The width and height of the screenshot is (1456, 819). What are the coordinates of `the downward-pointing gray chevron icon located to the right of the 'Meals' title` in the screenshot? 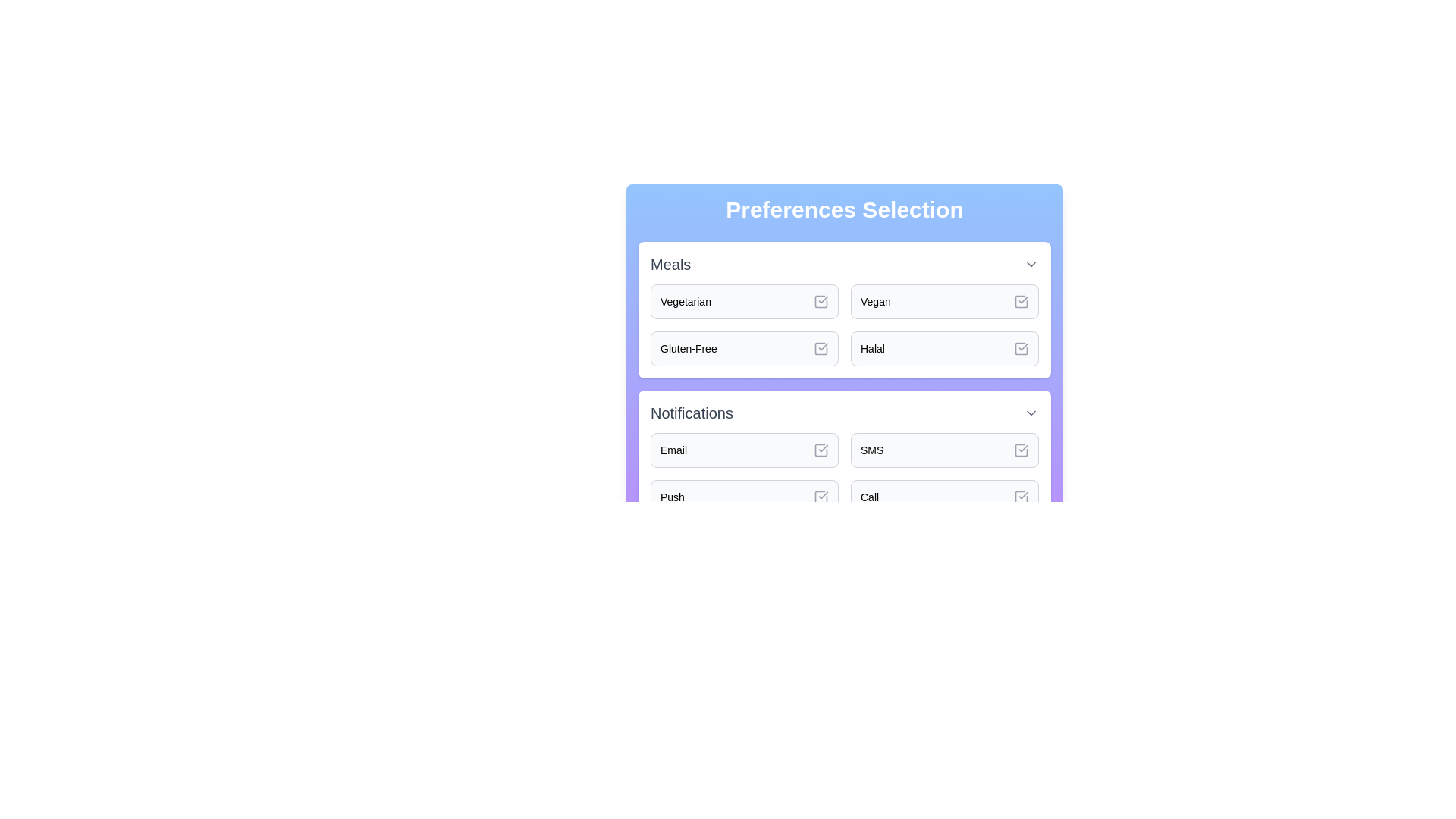 It's located at (1031, 263).